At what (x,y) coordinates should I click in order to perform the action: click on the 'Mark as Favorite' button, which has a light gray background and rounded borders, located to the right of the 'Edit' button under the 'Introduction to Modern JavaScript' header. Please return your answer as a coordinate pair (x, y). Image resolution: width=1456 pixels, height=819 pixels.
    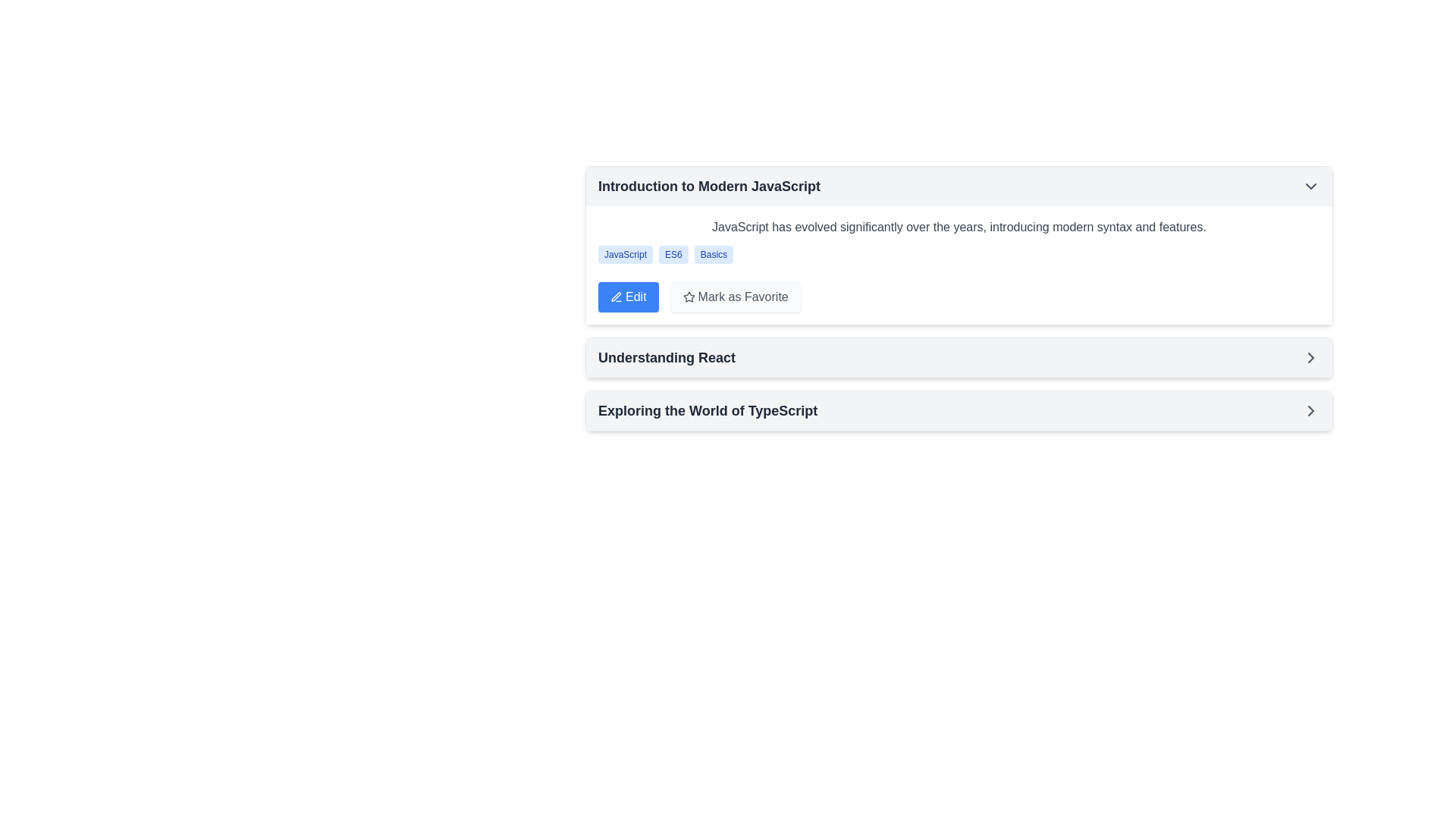
    Looking at the image, I should click on (735, 297).